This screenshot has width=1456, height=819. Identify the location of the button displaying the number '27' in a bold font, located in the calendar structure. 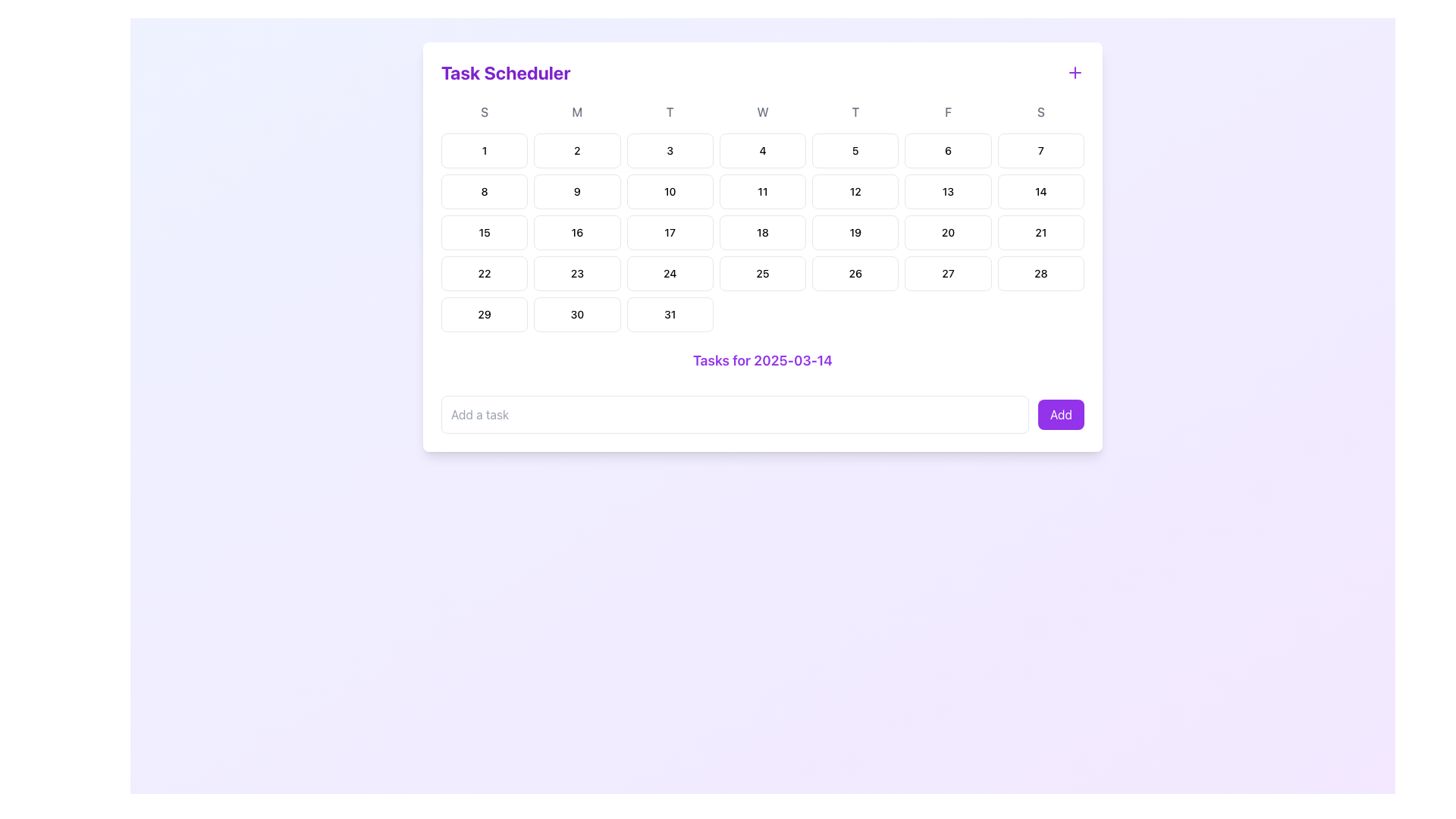
(947, 274).